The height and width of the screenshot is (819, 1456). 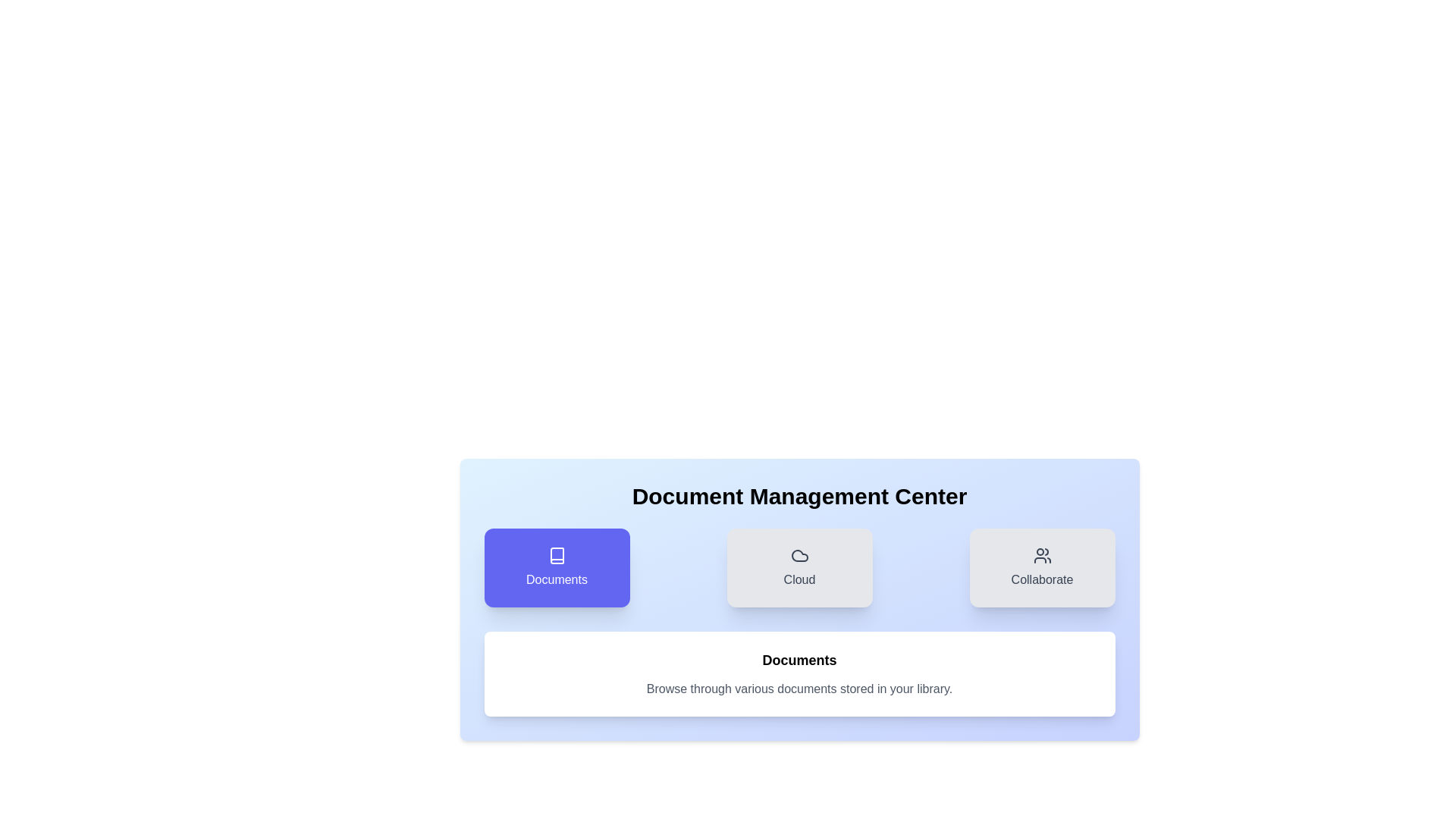 What do you see at coordinates (1041, 567) in the screenshot?
I see `the Collaborate tab to navigate to its section` at bounding box center [1041, 567].